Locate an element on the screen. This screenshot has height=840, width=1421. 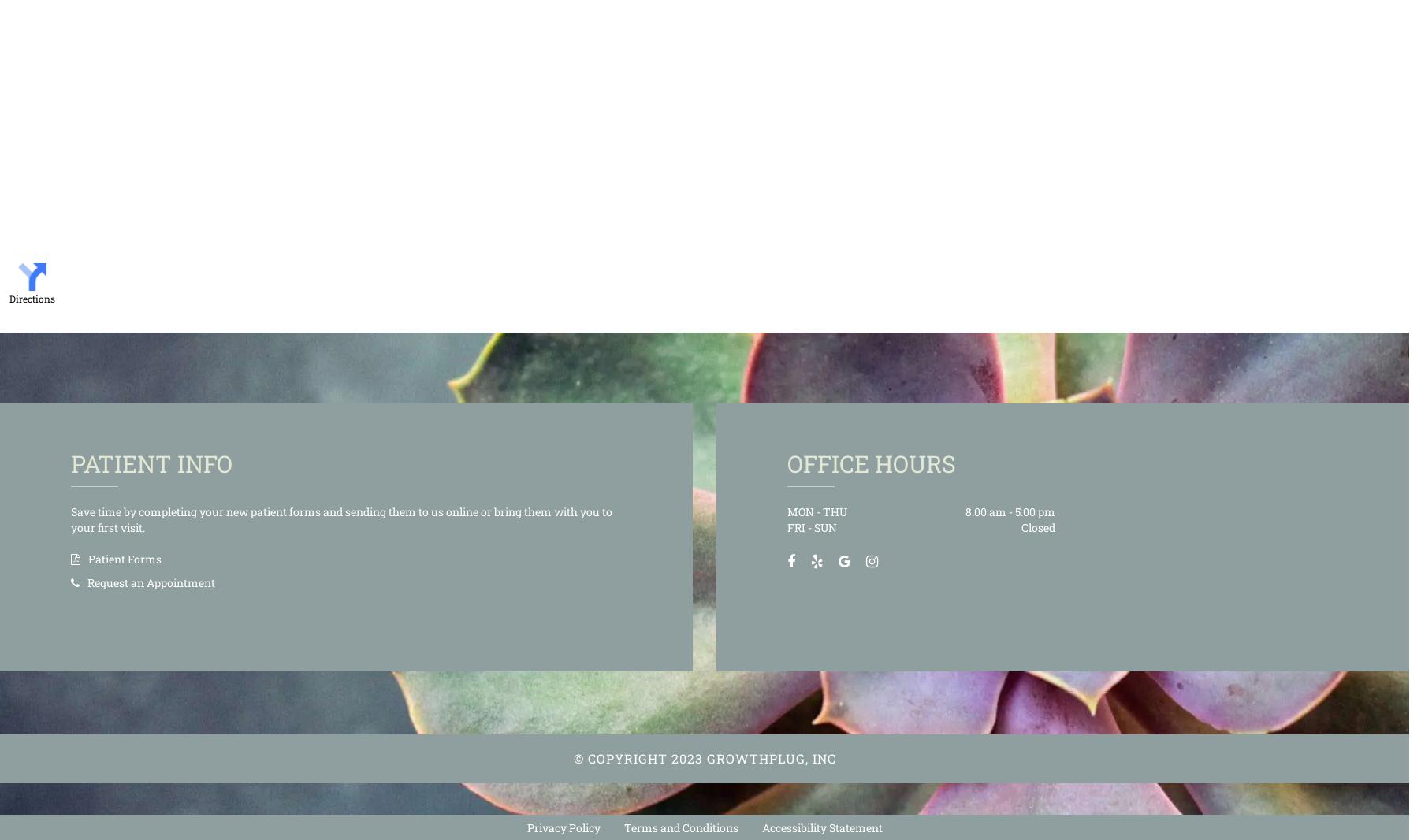
'GrowthPlug, Inc' is located at coordinates (768, 757).